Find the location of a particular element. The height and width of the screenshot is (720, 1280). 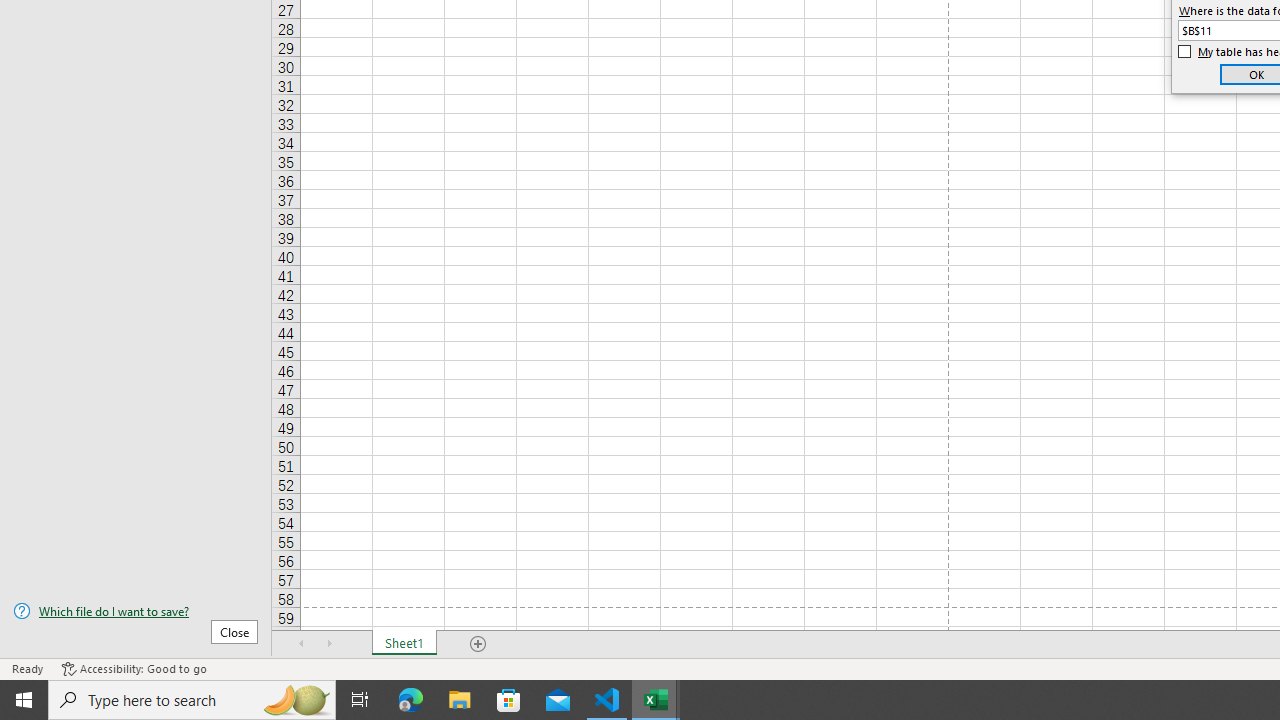

'Accessibility Checker Accessibility: Good to go' is located at coordinates (133, 669).